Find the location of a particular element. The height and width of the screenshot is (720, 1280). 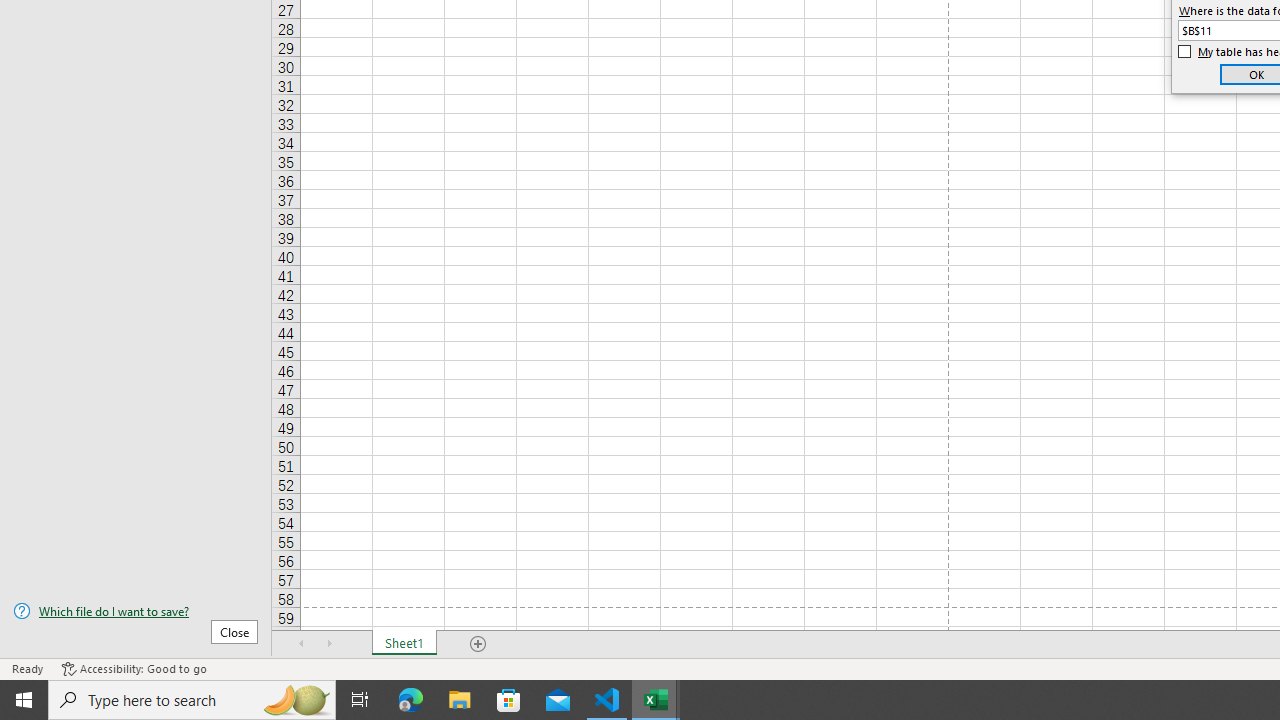

'Accessibility Checker Accessibility: Good to go' is located at coordinates (133, 669).